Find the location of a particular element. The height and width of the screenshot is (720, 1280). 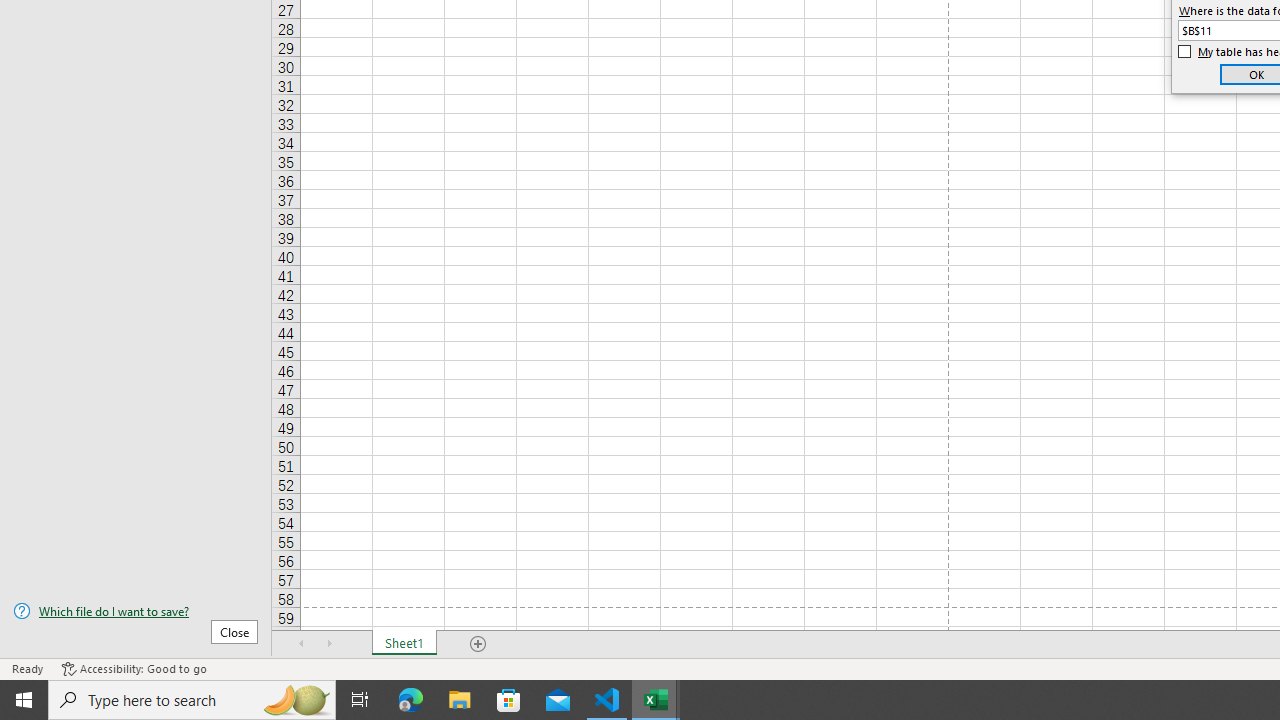

'Accessibility Checker Accessibility: Good to go' is located at coordinates (133, 669).